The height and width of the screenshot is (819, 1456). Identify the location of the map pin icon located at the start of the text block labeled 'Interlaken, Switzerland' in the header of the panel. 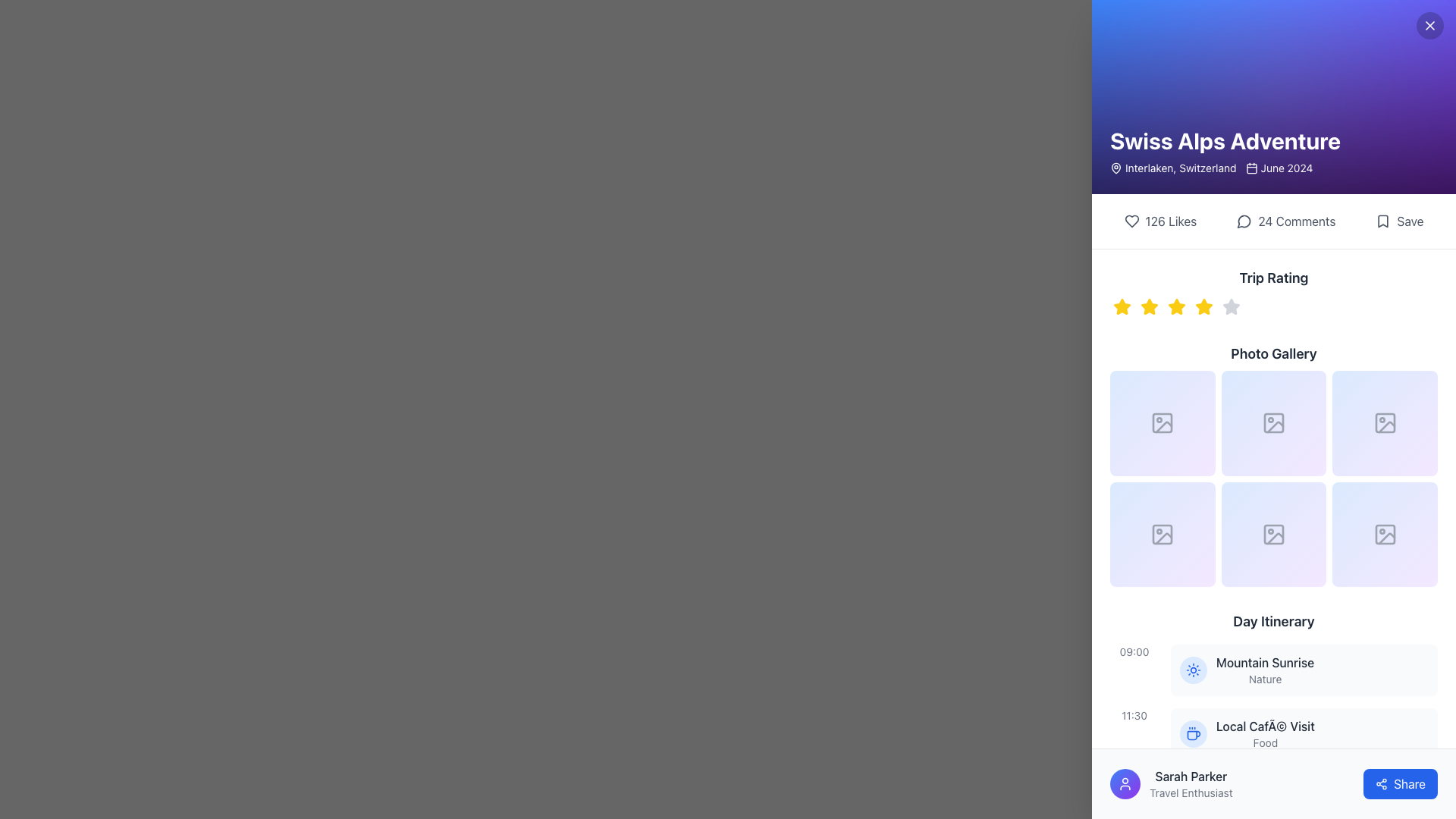
(1116, 168).